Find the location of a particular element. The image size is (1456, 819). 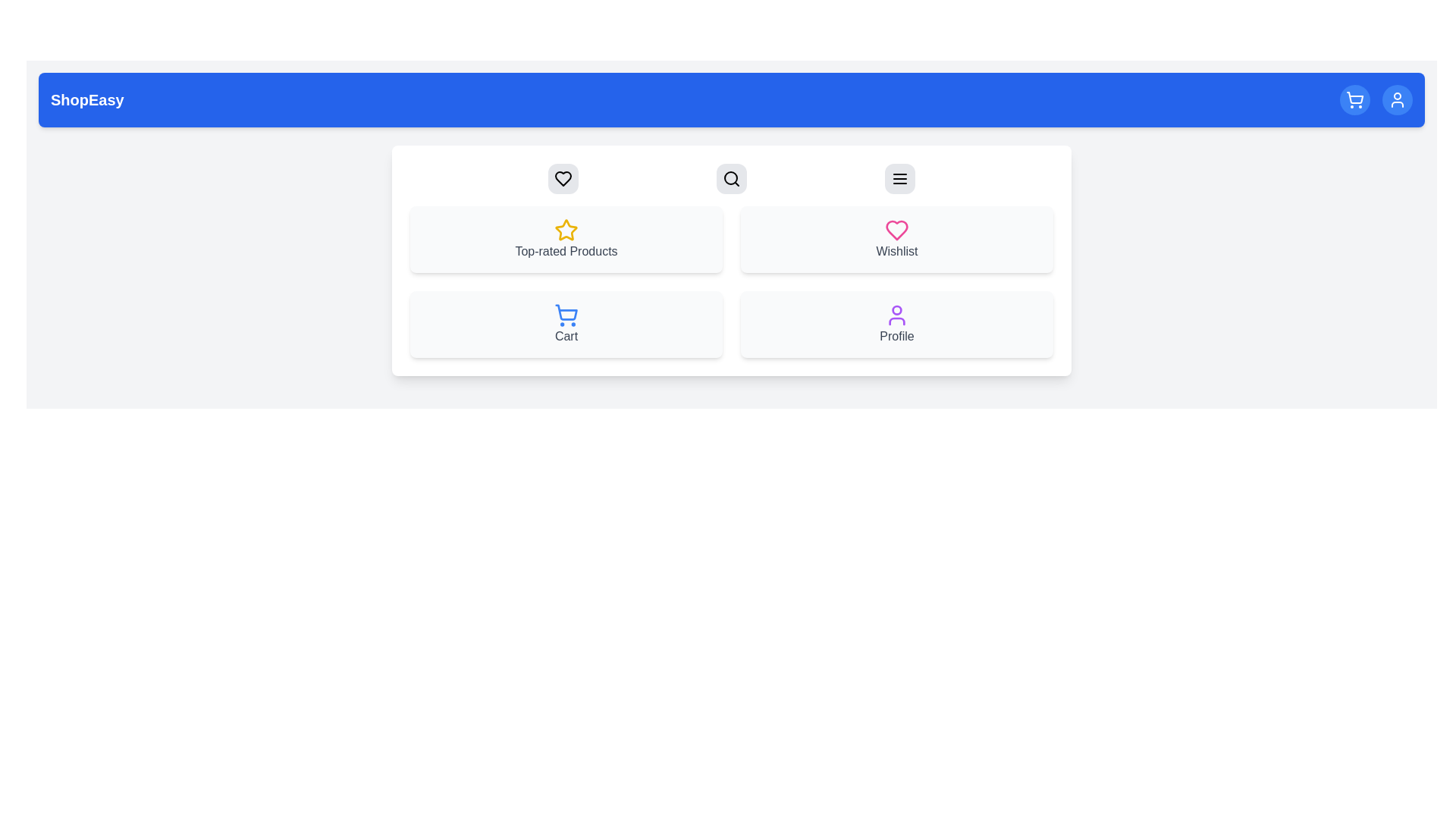

the shopping cart icon located at the top-right corner of the blue navigation bar is located at coordinates (1354, 99).